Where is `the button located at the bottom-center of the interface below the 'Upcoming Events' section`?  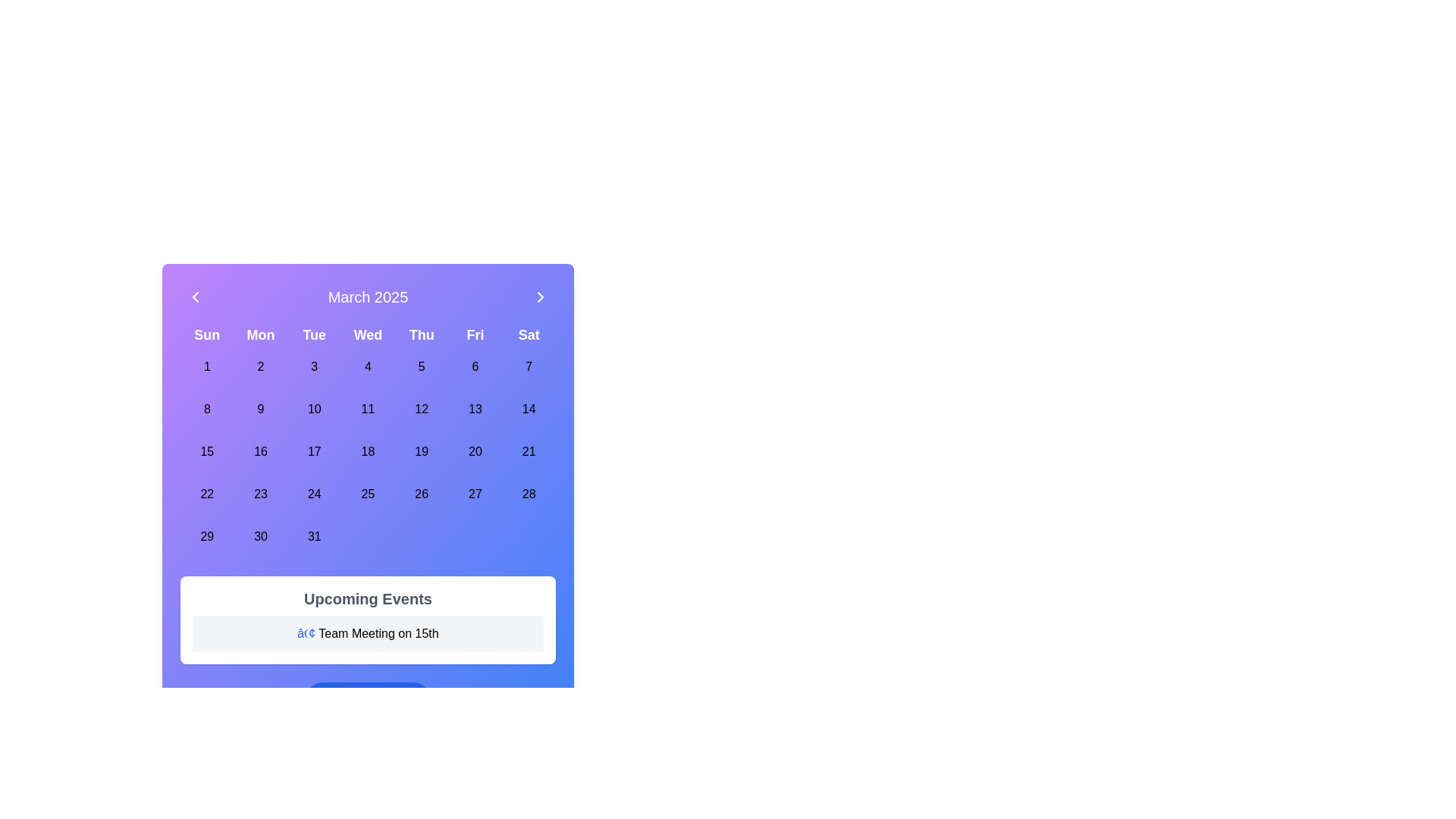 the button located at the bottom-center of the interface below the 'Upcoming Events' section is located at coordinates (368, 701).